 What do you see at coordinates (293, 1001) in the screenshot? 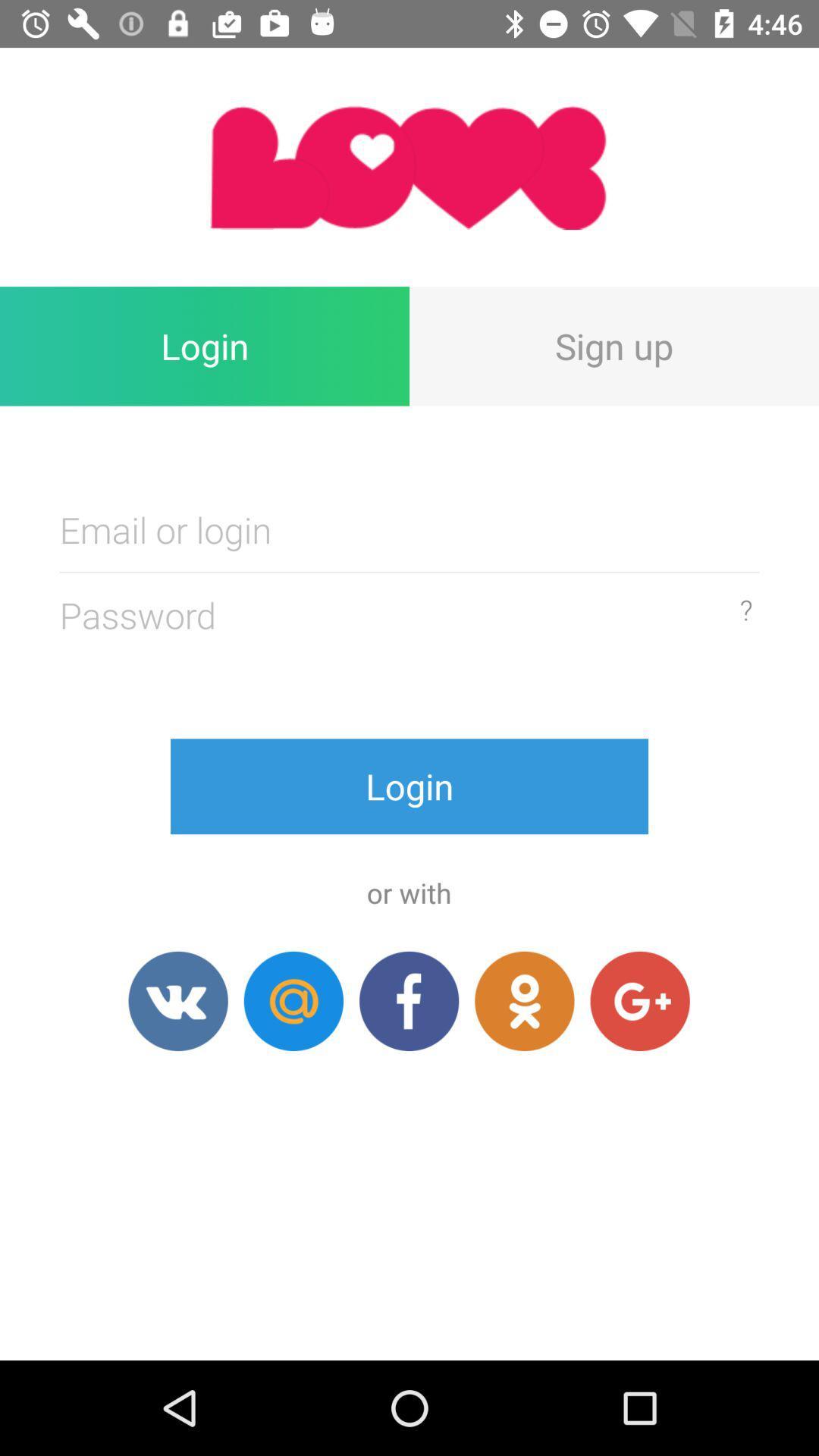
I see `button below login` at bounding box center [293, 1001].